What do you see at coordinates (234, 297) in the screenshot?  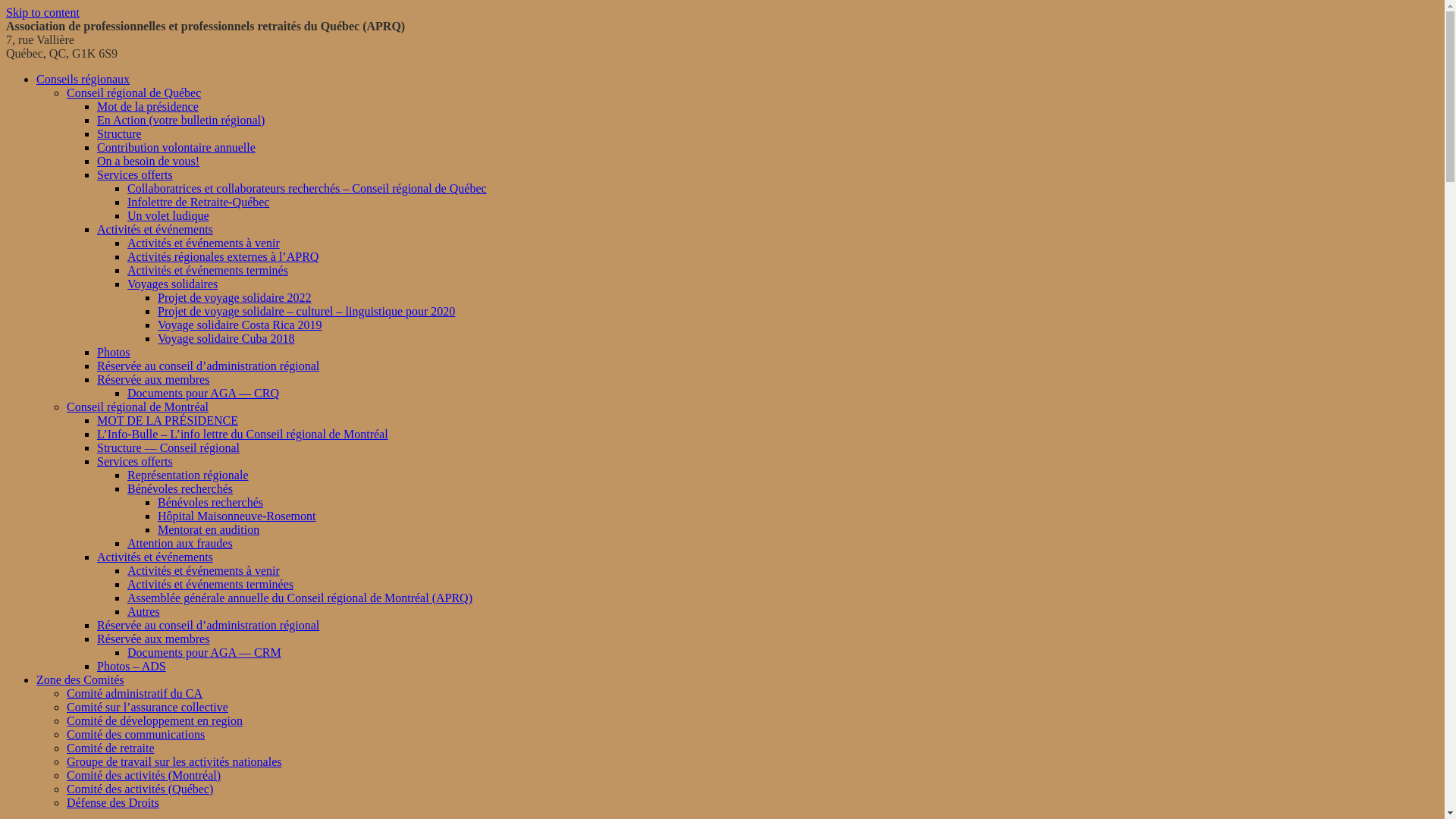 I see `'Projet de voyage solidaire 2022'` at bounding box center [234, 297].